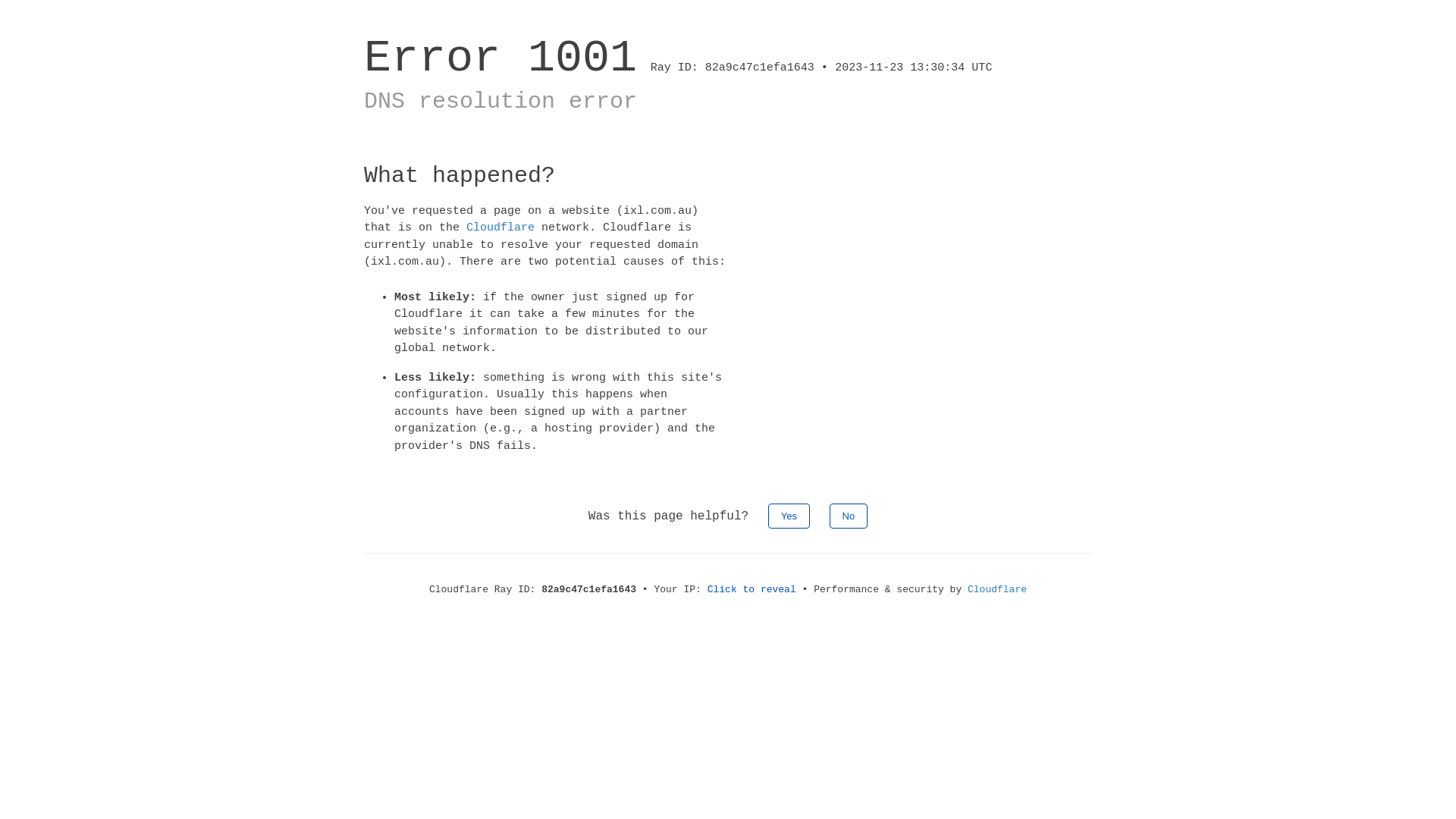 The image size is (1456, 819). Describe the element at coordinates (752, 588) in the screenshot. I see `'Click to reveal'` at that location.